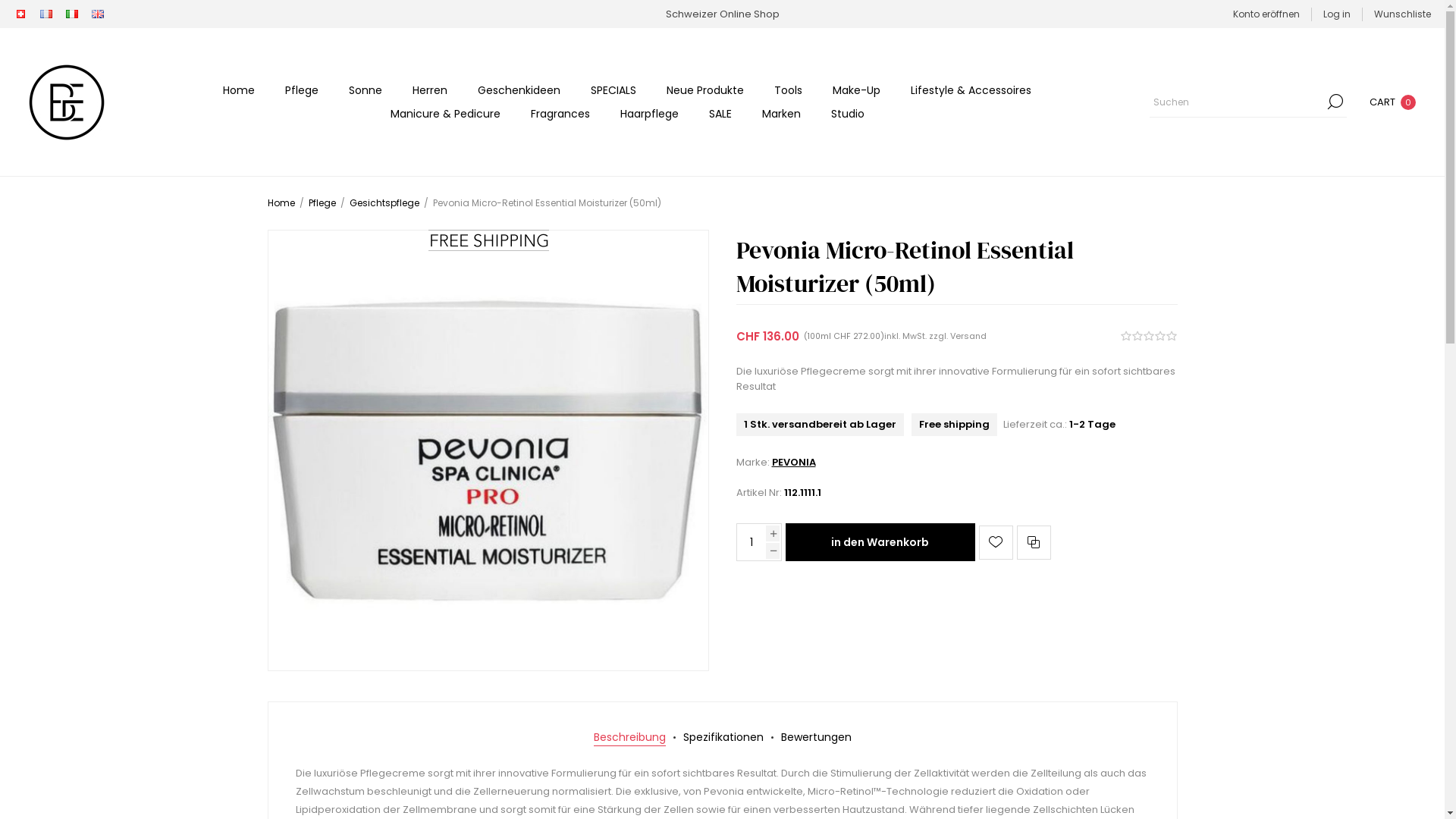 The height and width of the screenshot is (819, 1456). I want to click on 'Home', so click(238, 90).